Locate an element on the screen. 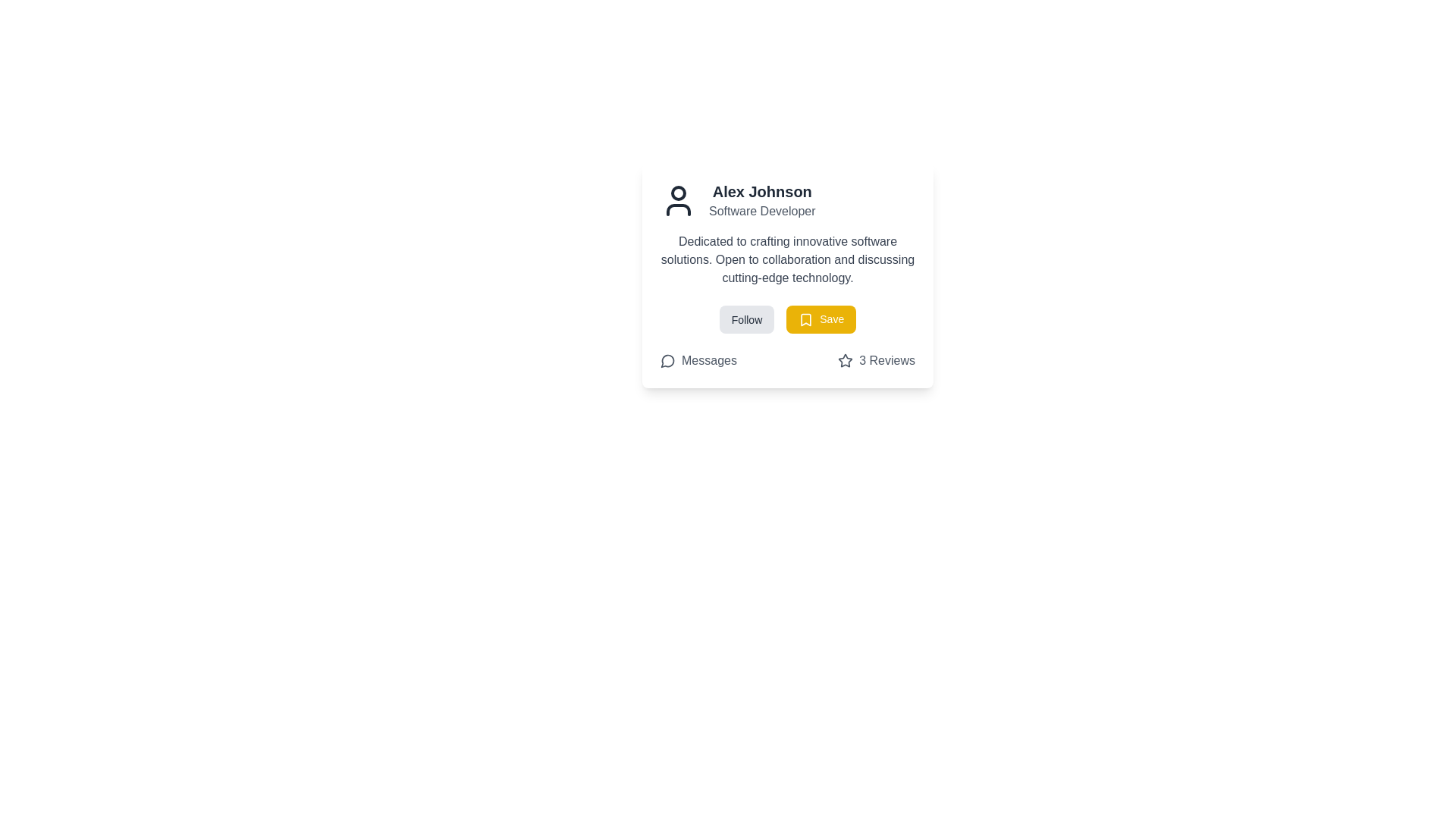 This screenshot has height=819, width=1456. the 'Save' button with a yellow background and white text to activate visual feedback is located at coordinates (821, 318).